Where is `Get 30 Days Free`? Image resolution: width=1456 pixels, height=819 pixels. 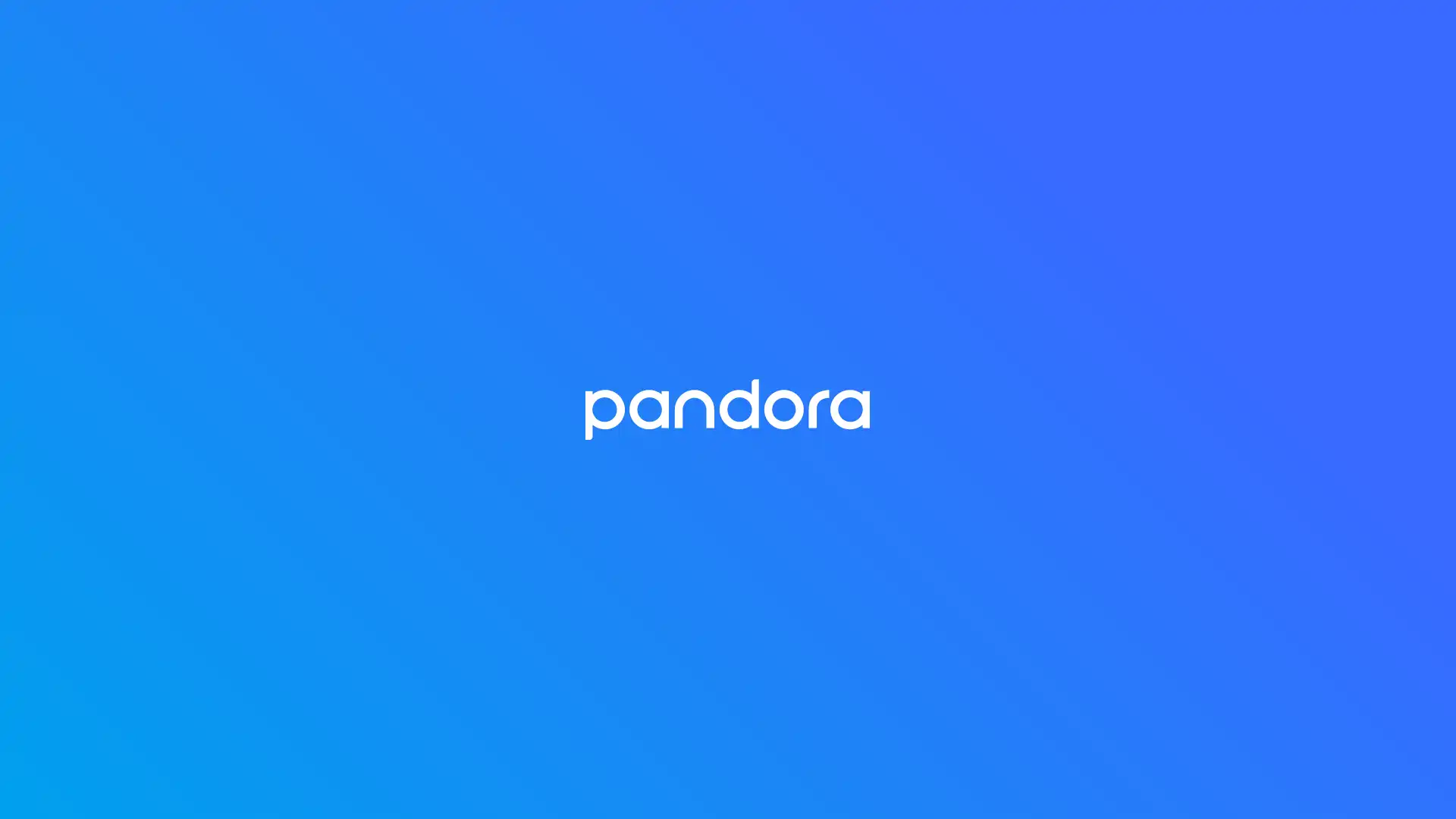 Get 30 Days Free is located at coordinates (590, 253).